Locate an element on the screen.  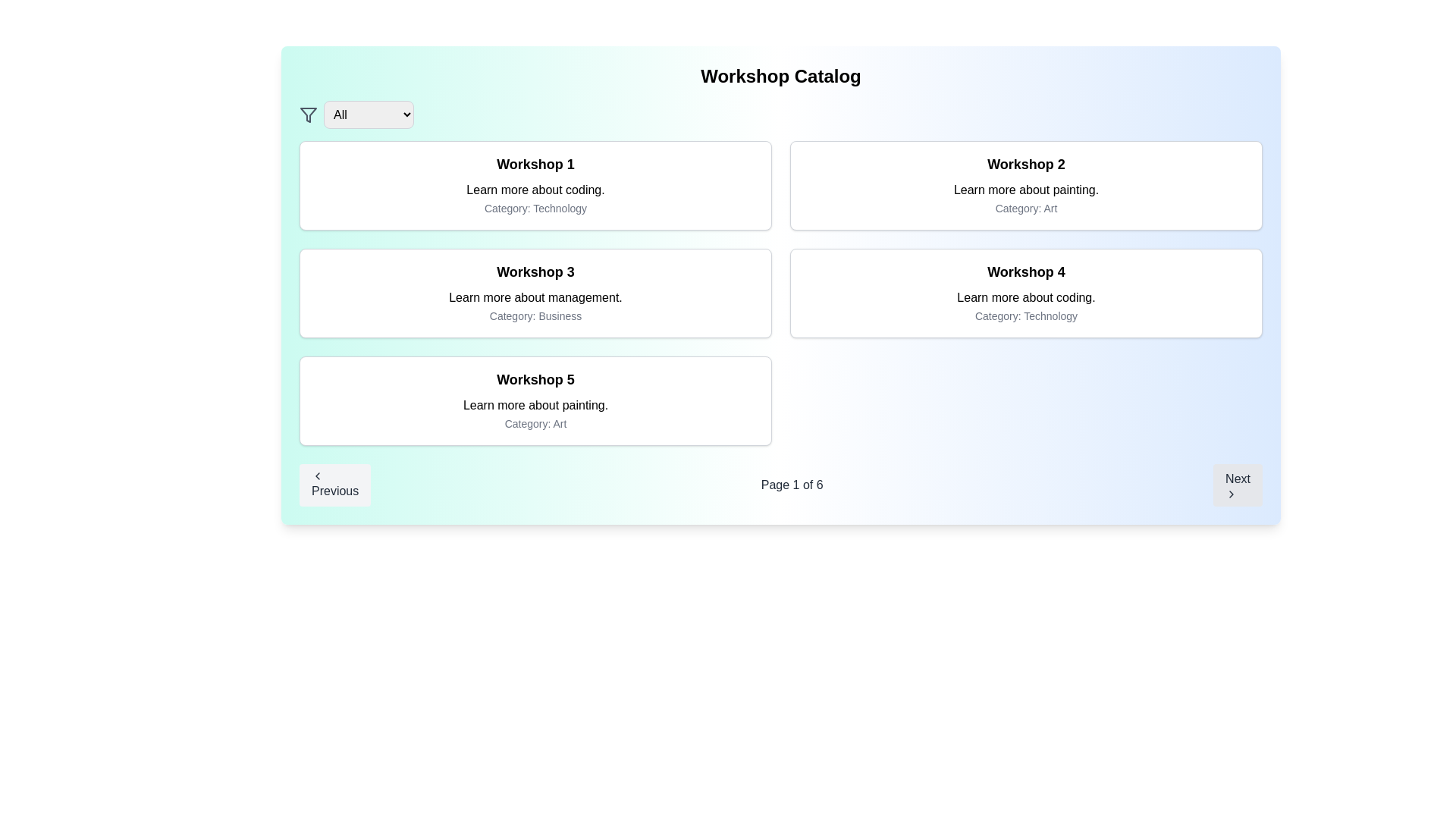
the small filter icon resembling an inverted triangle funnel, which is located to the left of the dropdown labeled 'All' is located at coordinates (308, 114).